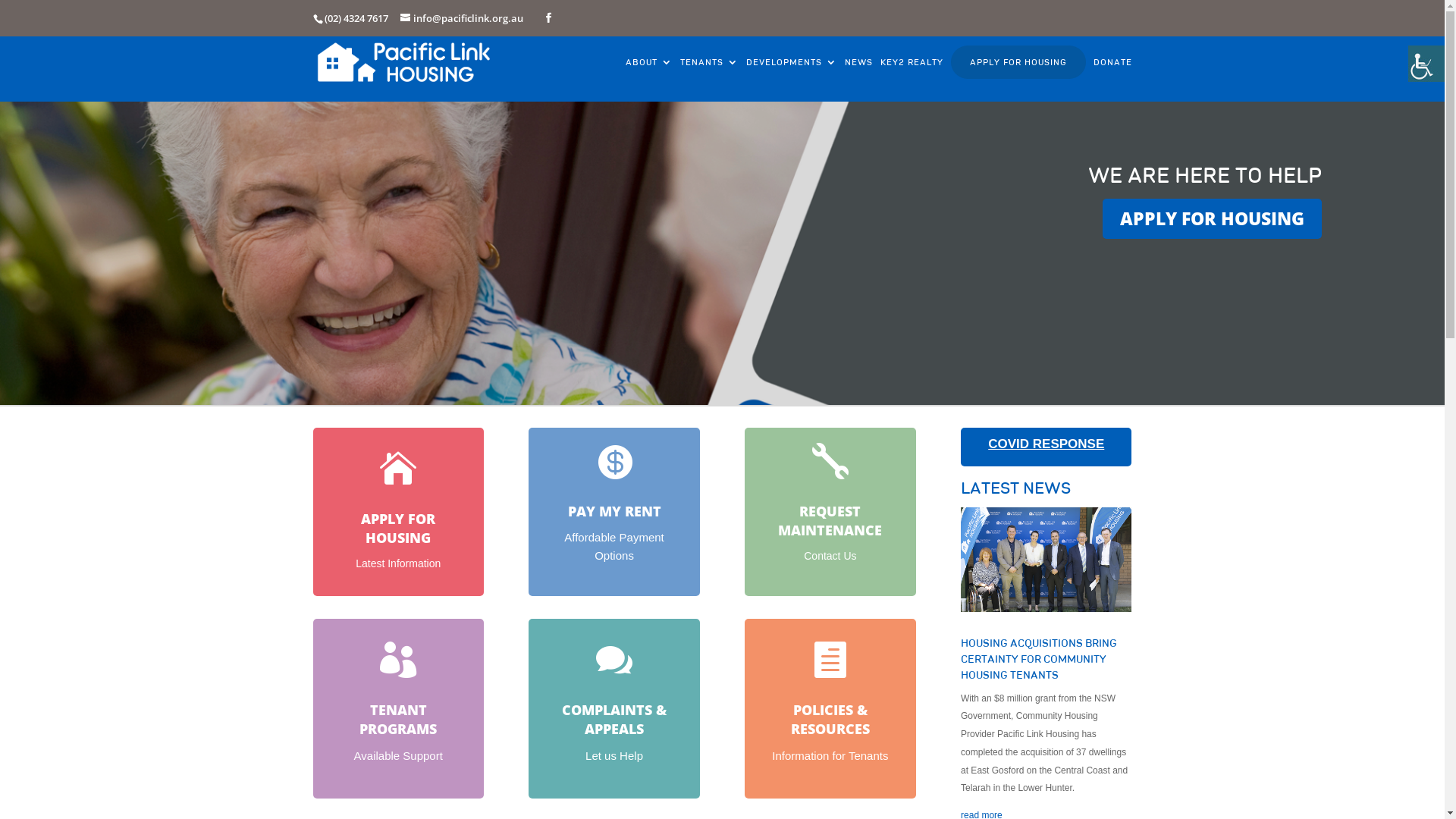 Image resolution: width=1456 pixels, height=819 pixels. What do you see at coordinates (778, 519) in the screenshot?
I see `'REQUEST MAINTENANCE'` at bounding box center [778, 519].